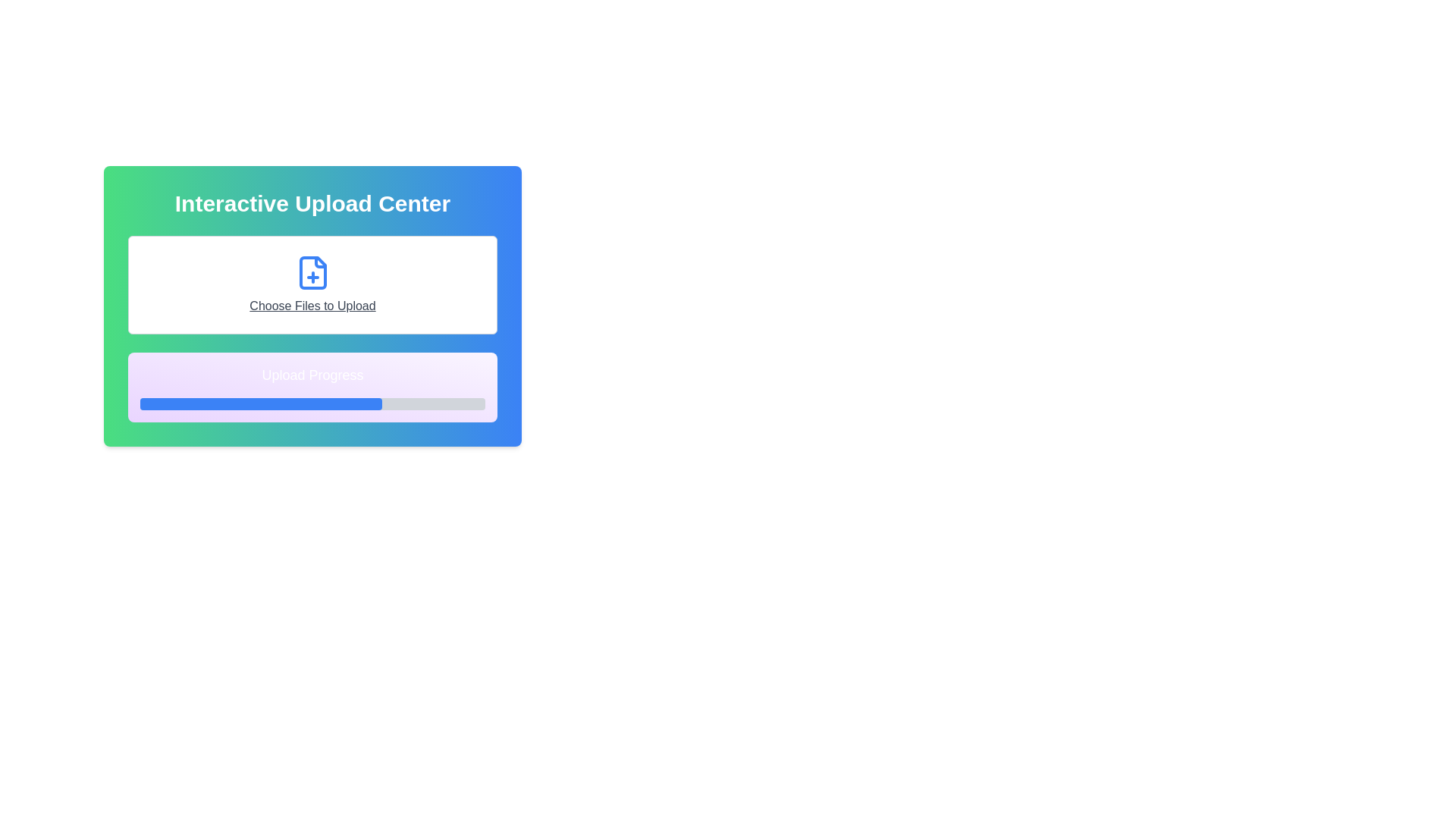 Image resolution: width=1456 pixels, height=819 pixels. Describe the element at coordinates (312, 403) in the screenshot. I see `the progress bar located at the bottom of the Upload Progress section, which visually indicates the completion percentage of an ongoing upload operation` at that location.